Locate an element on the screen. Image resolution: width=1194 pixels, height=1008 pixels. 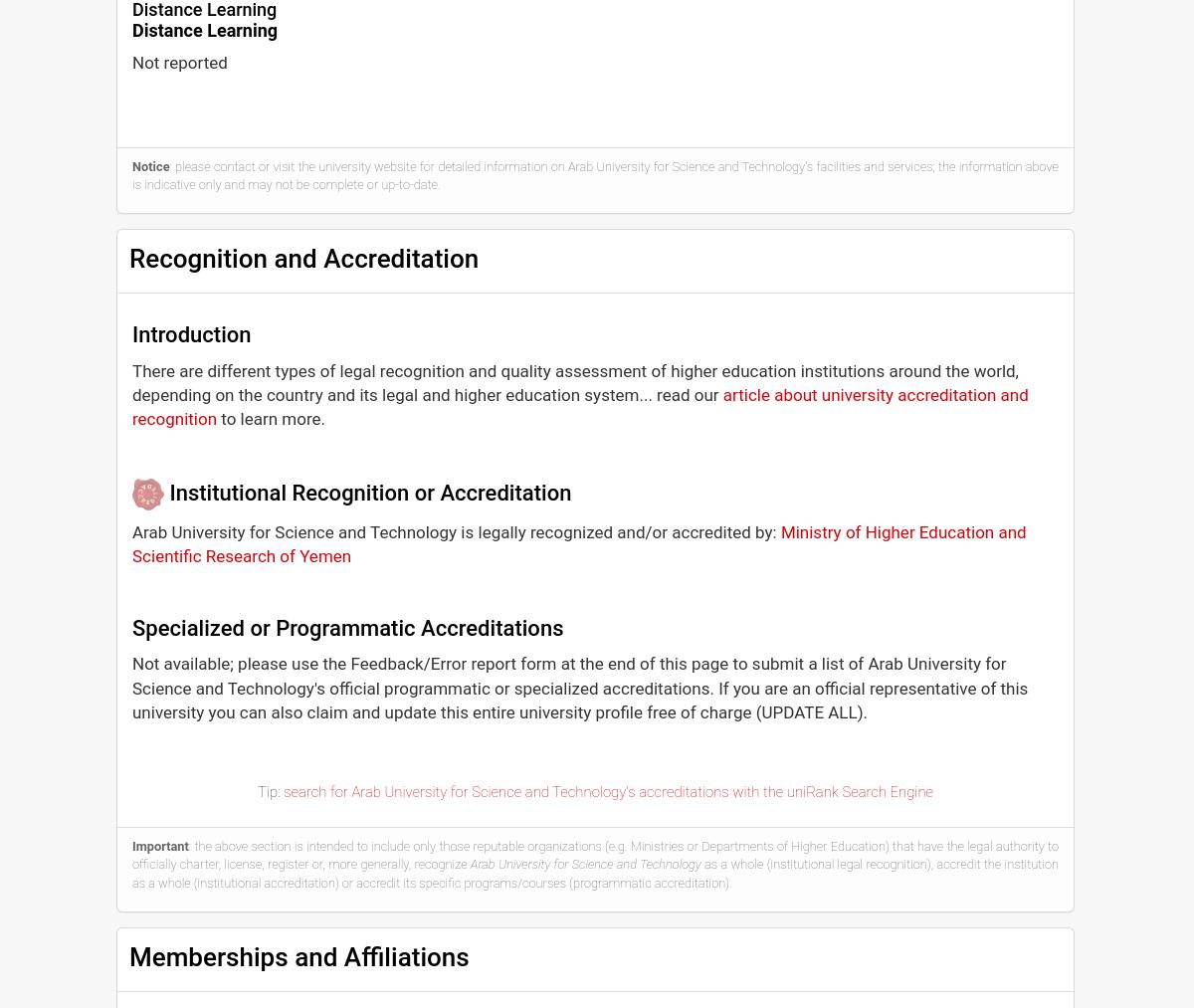
'article about university accreditation and recognition' is located at coordinates (131, 406).